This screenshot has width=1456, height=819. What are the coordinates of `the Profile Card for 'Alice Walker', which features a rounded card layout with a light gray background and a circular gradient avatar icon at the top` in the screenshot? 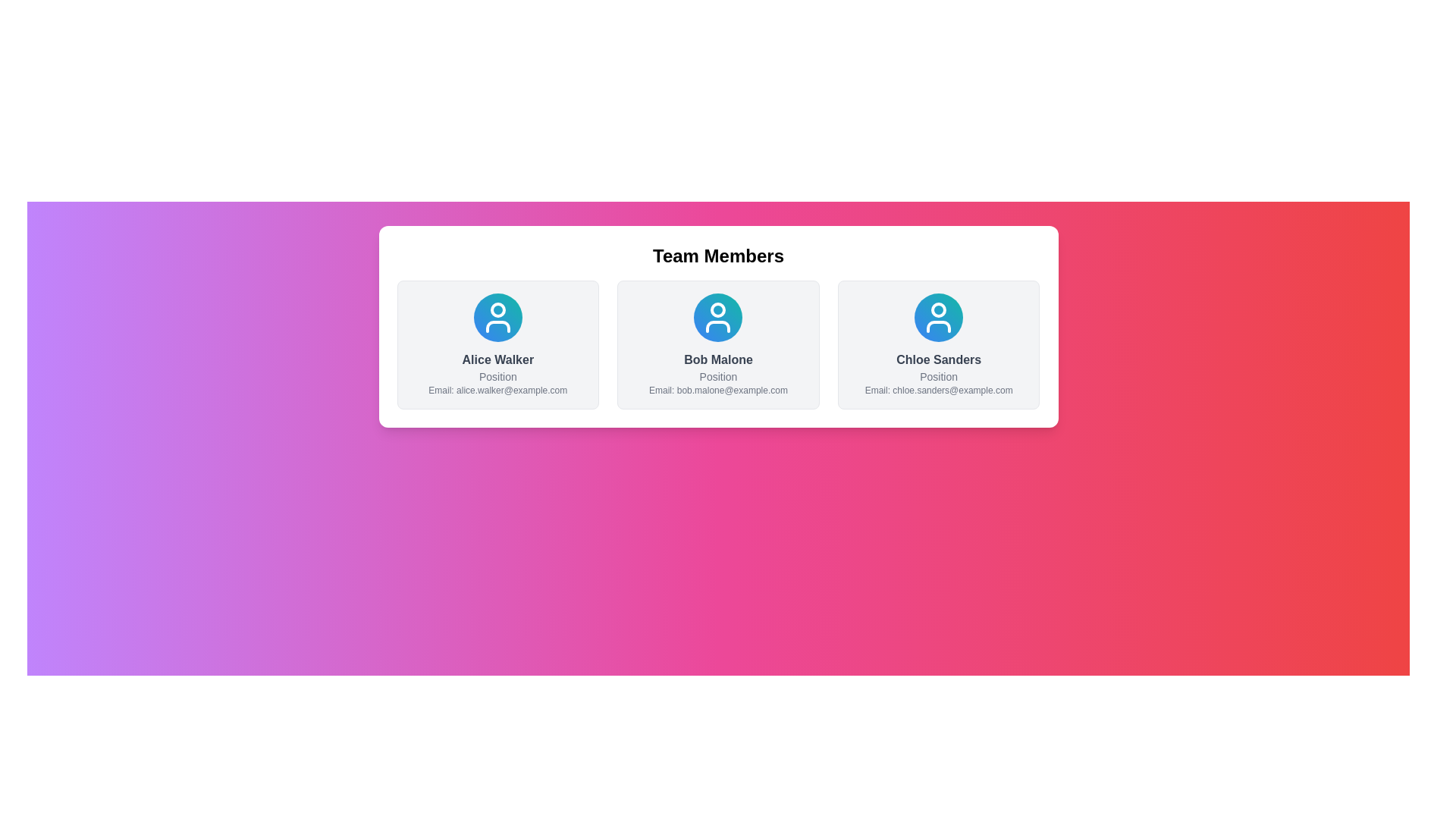 It's located at (497, 345).